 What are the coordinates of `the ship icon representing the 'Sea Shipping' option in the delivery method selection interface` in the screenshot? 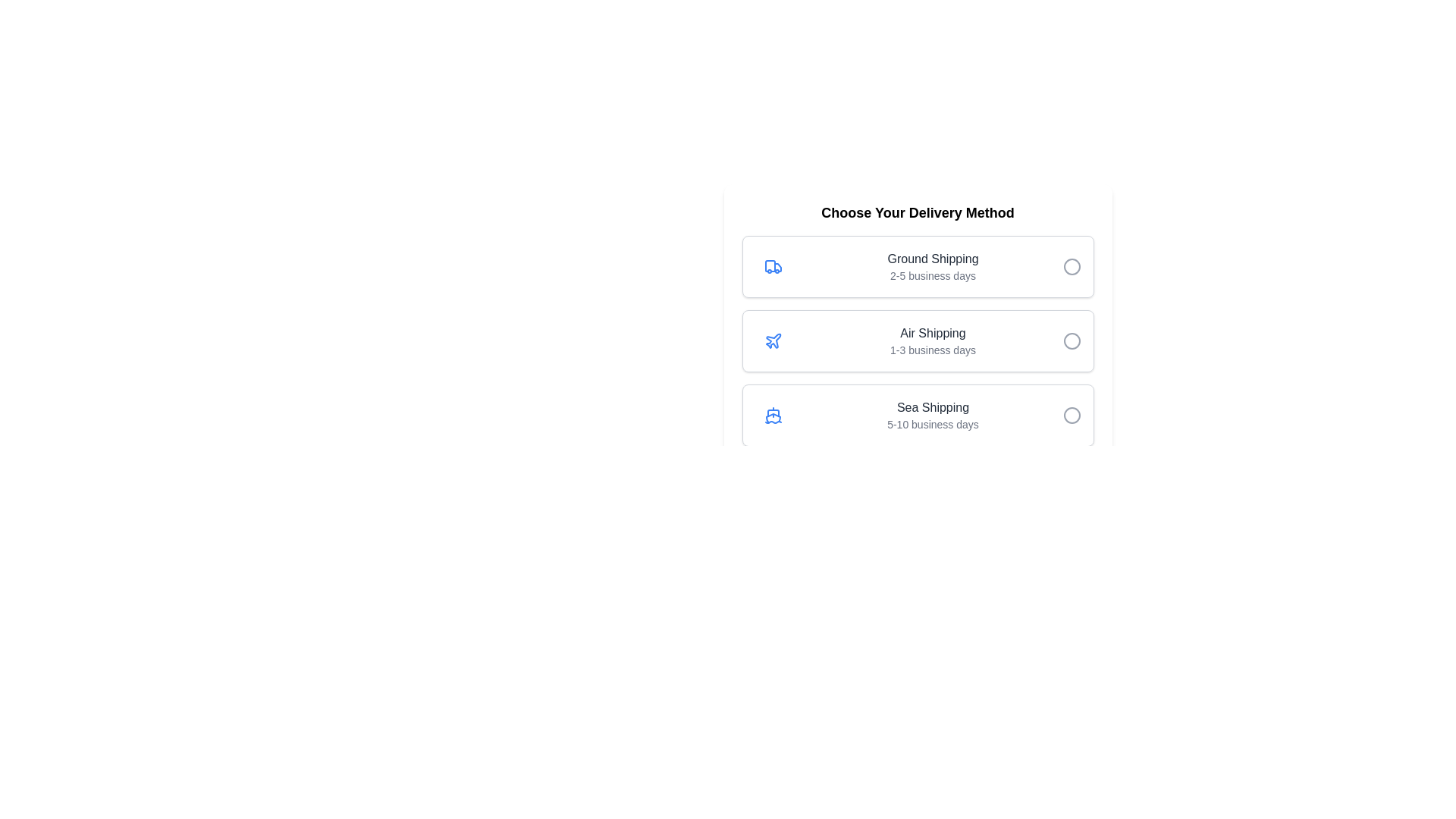 It's located at (773, 415).